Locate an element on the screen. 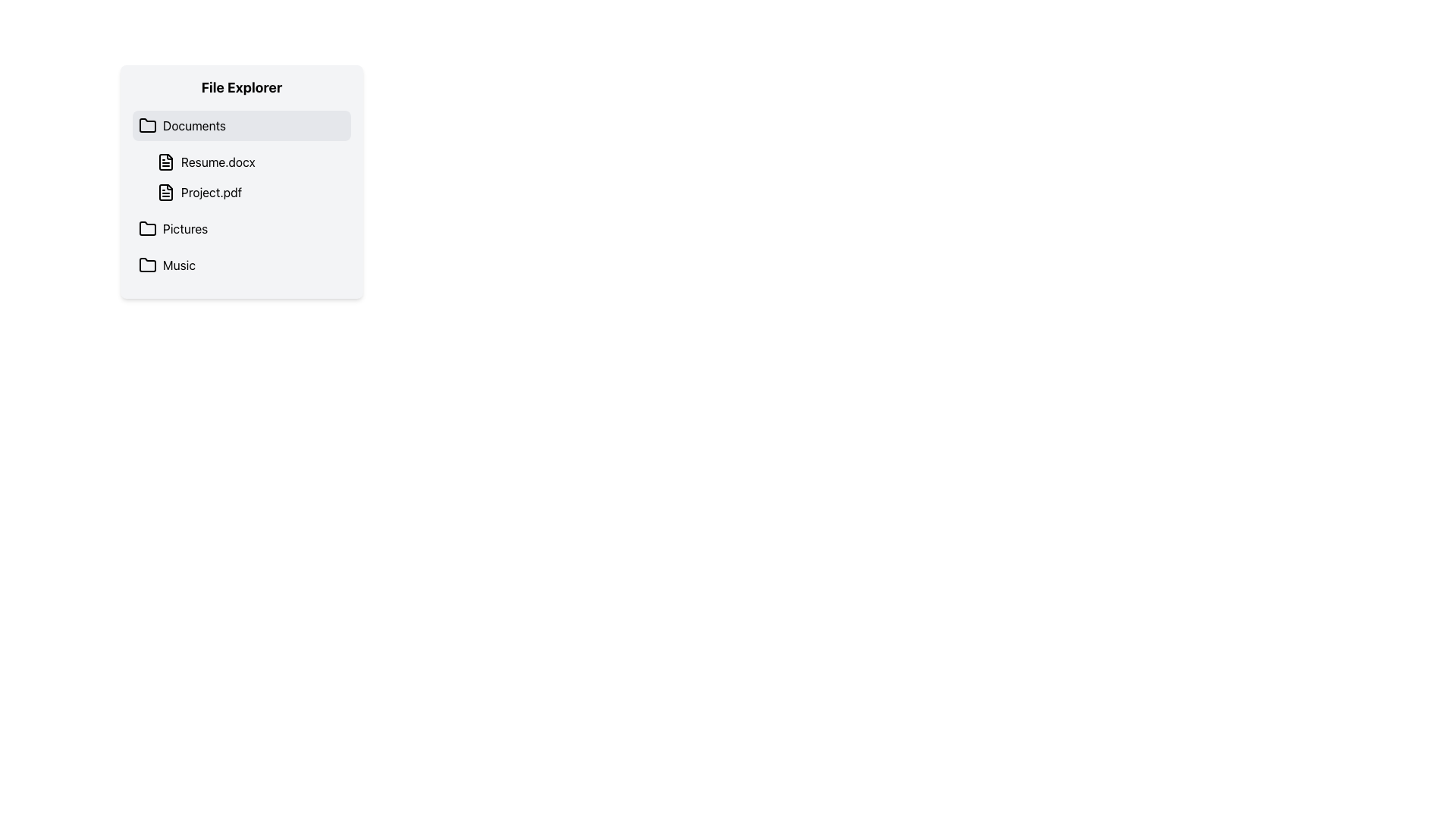 The width and height of the screenshot is (1456, 819). the 'Music' folder entry in the file explorer is located at coordinates (240, 265).